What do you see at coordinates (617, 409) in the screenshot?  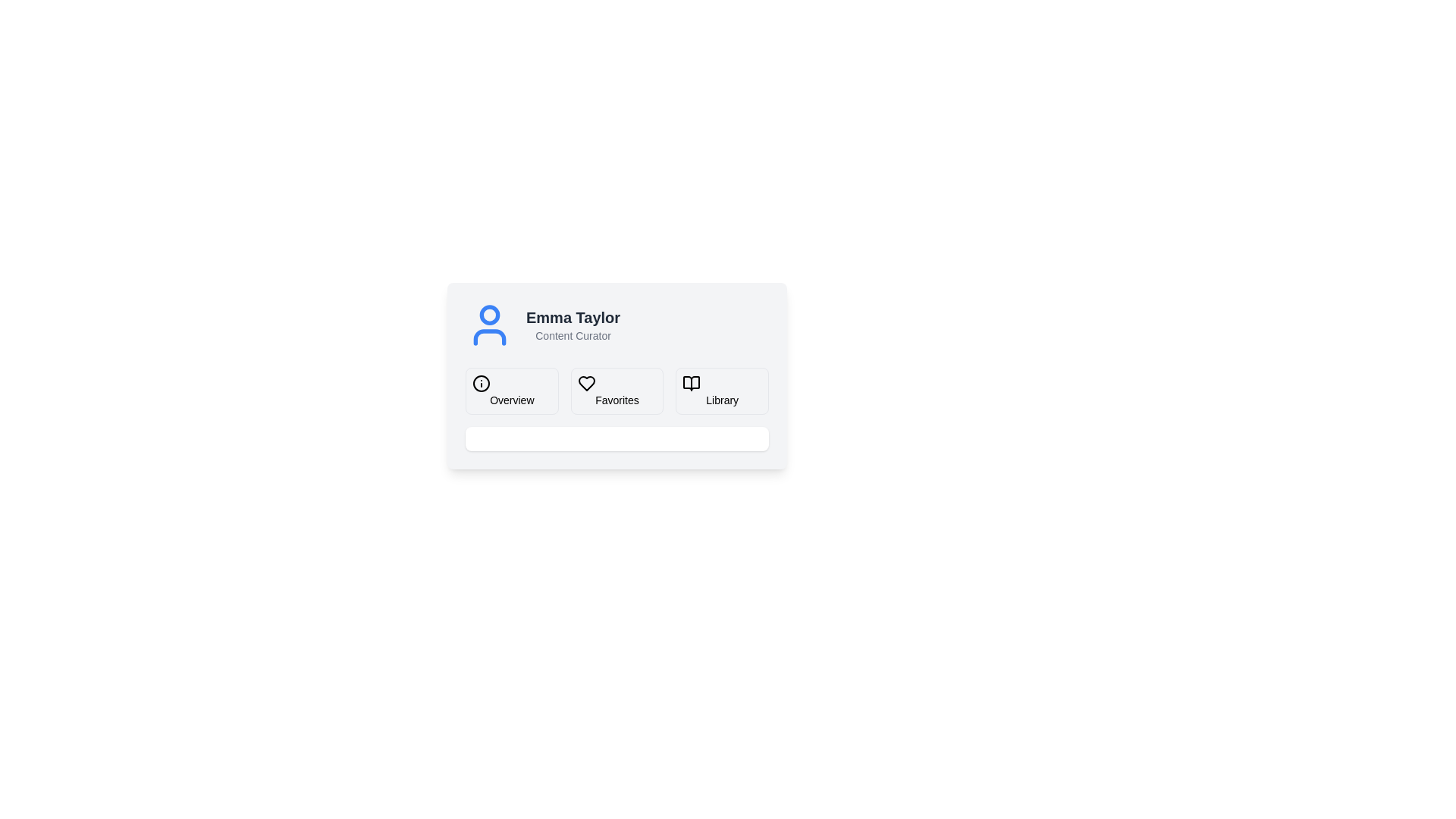 I see `the 'Favorites' button, which is a rectangular button with a heart icon and the label 'Favorites', located in the middle of a three-item horizontal navigation bar beneath the profile section` at bounding box center [617, 409].